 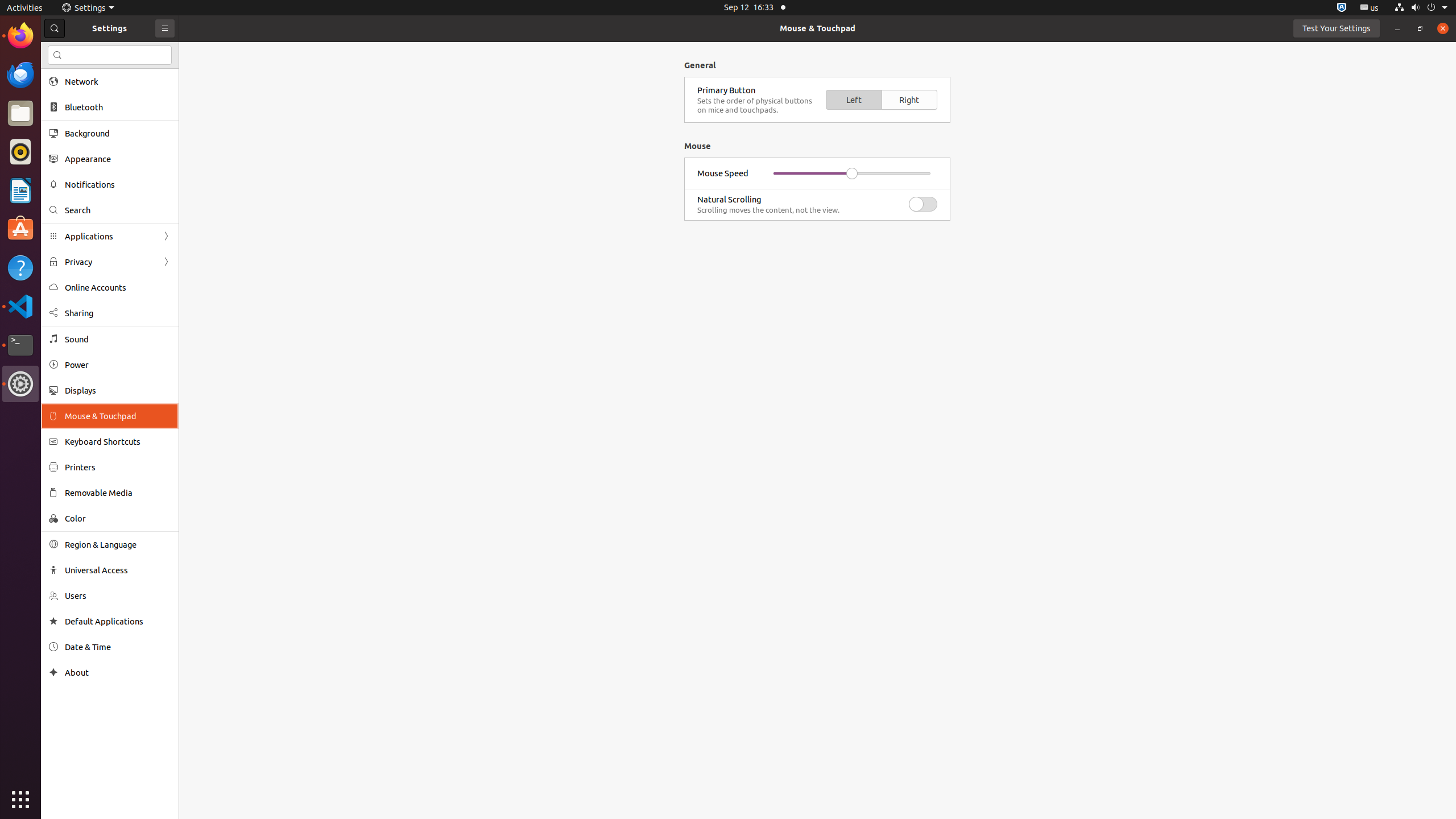 I want to click on 'Users', so click(x=118, y=595).